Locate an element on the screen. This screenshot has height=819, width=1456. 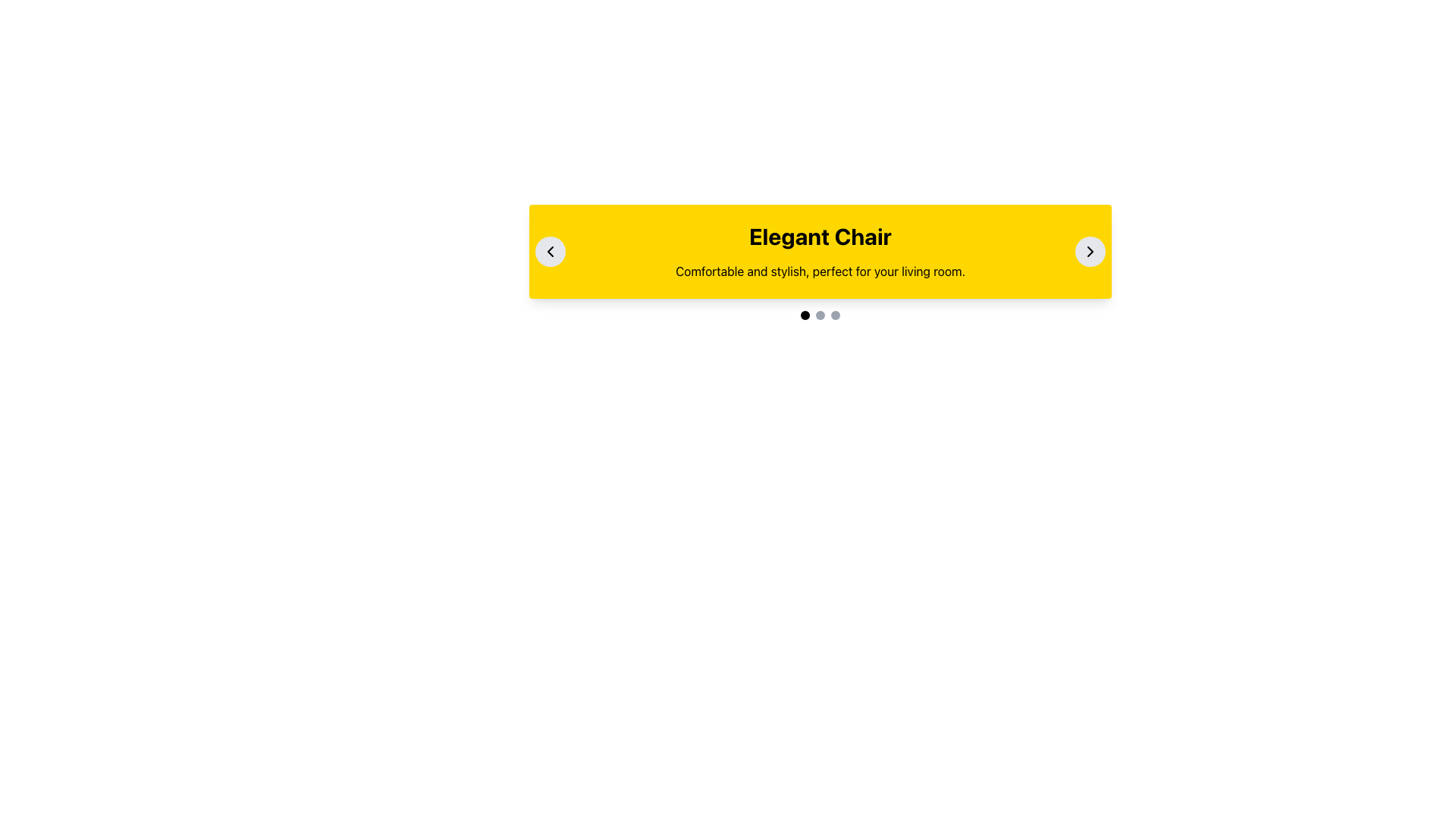
the second dot of the carousel indicator is located at coordinates (819, 315).